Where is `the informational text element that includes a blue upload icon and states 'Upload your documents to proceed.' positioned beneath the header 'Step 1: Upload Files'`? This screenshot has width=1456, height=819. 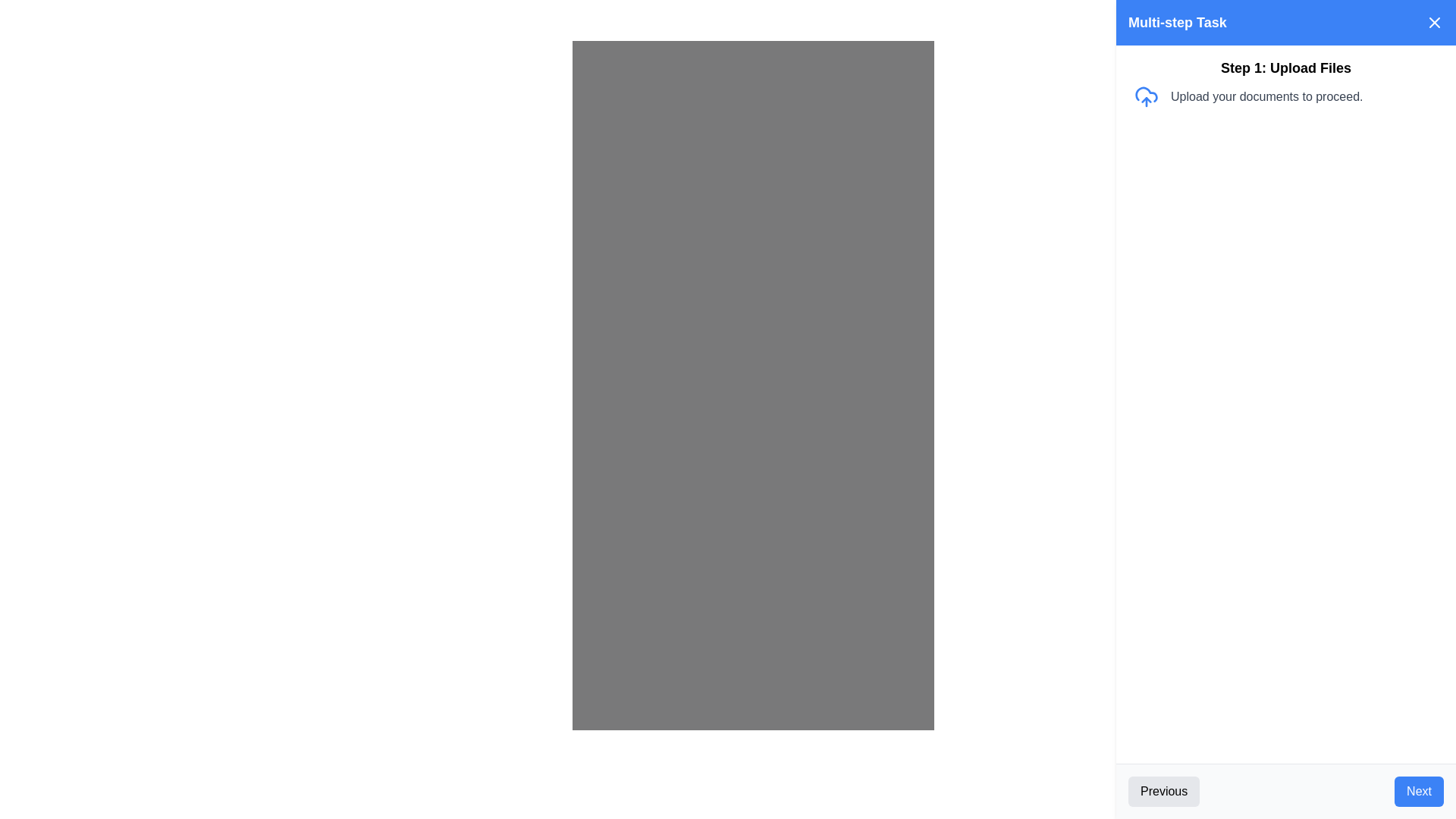 the informational text element that includes a blue upload icon and states 'Upload your documents to proceed.' positioned beneath the header 'Step 1: Upload Files' is located at coordinates (1285, 96).